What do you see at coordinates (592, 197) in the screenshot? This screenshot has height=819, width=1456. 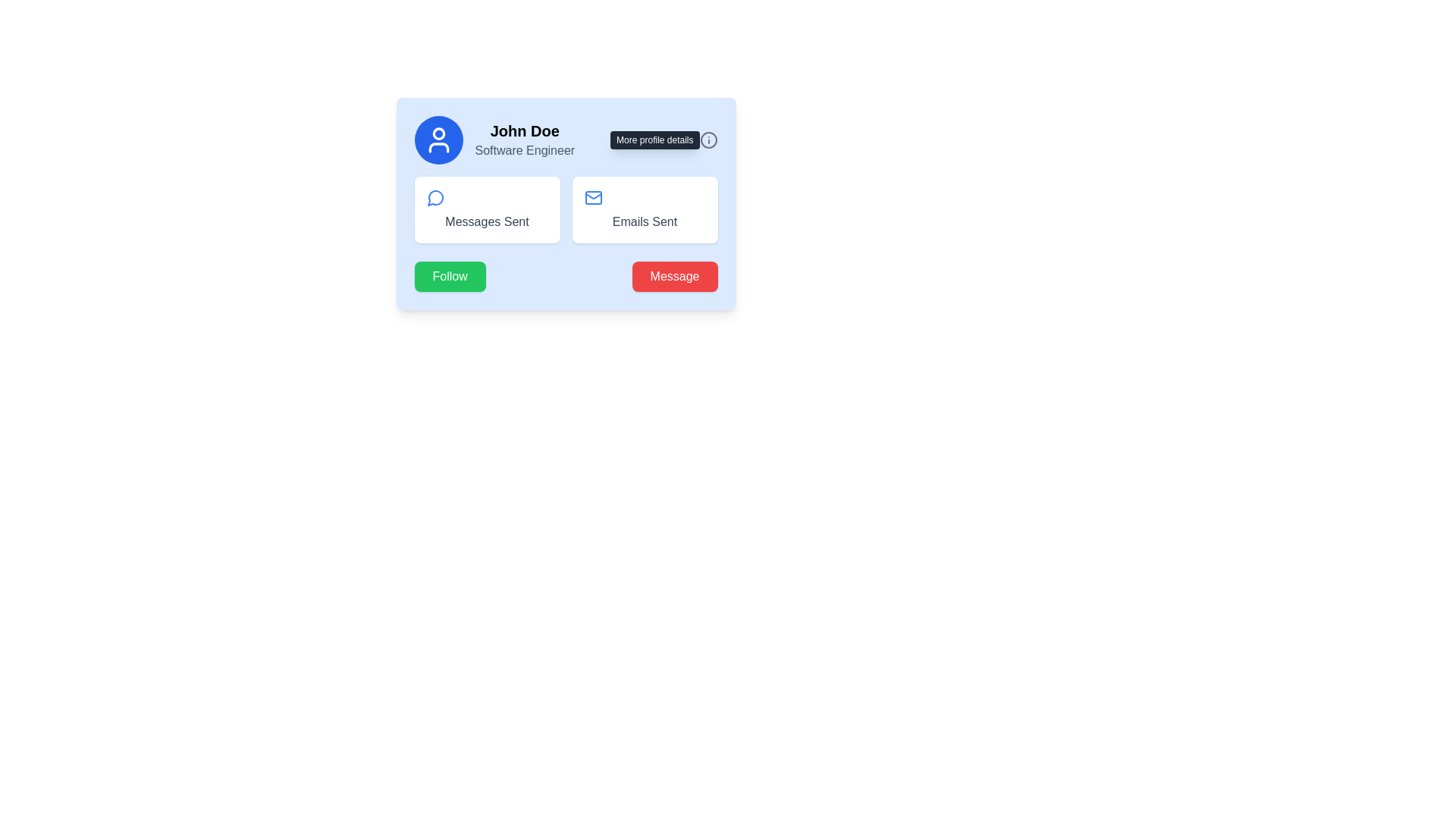 I see `the Decorative Element, which is a white rectangular shape with rounded corners framed inside a blue envelope icon, located in the center of the envelope` at bounding box center [592, 197].